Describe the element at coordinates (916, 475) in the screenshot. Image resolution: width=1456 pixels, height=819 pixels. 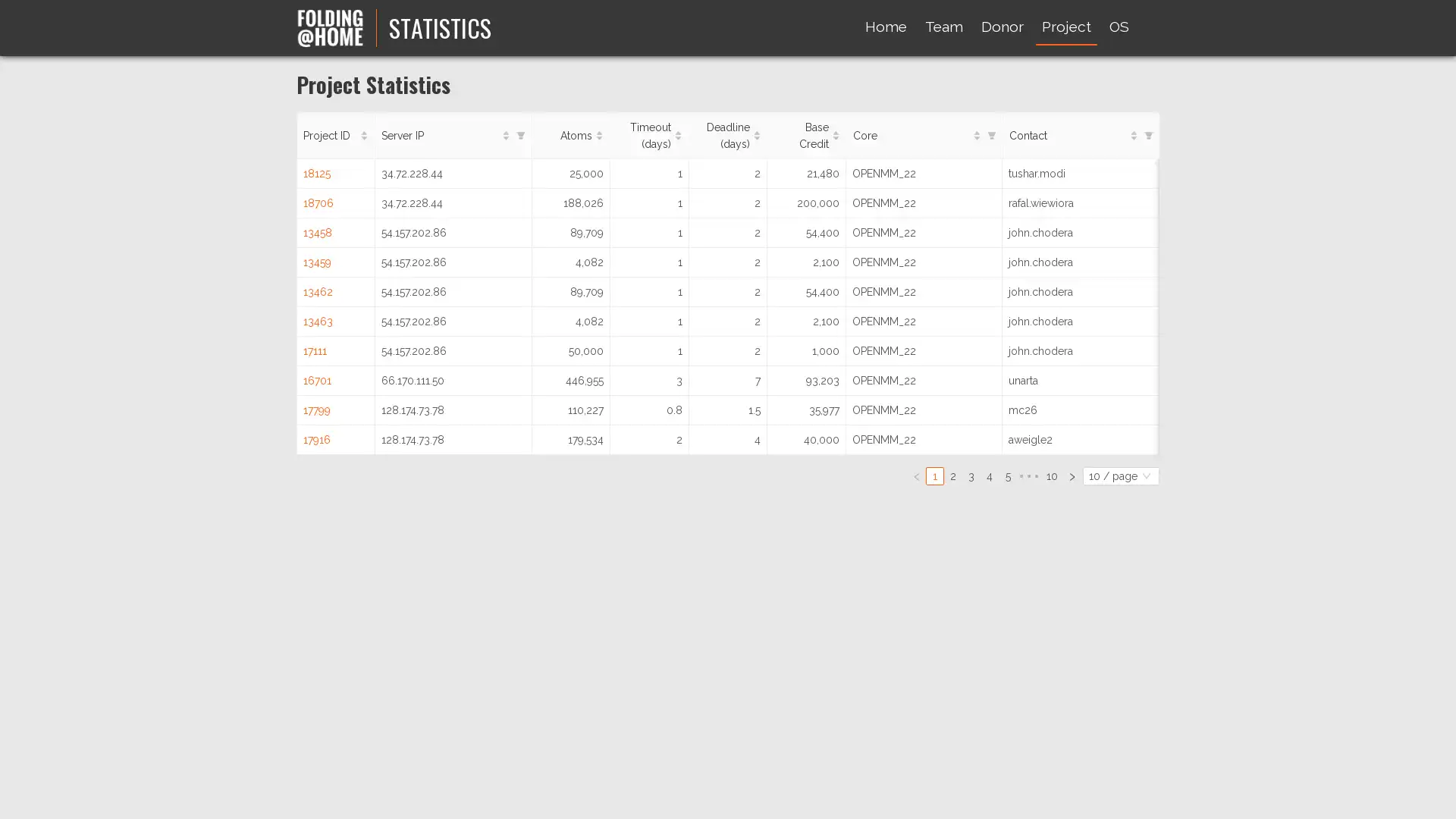
I see `left` at that location.